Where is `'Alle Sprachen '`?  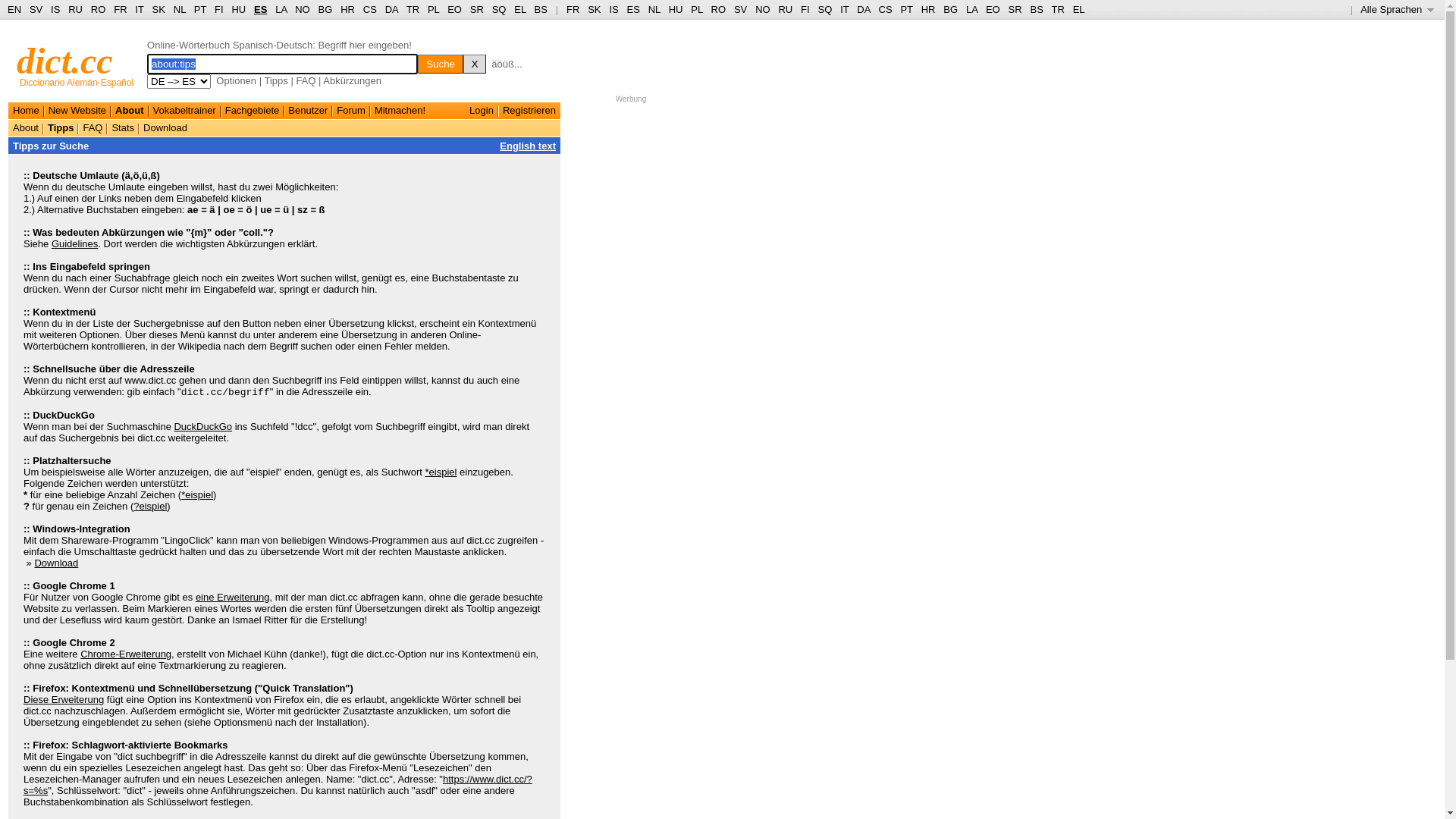 'Alle Sprachen ' is located at coordinates (1396, 9).